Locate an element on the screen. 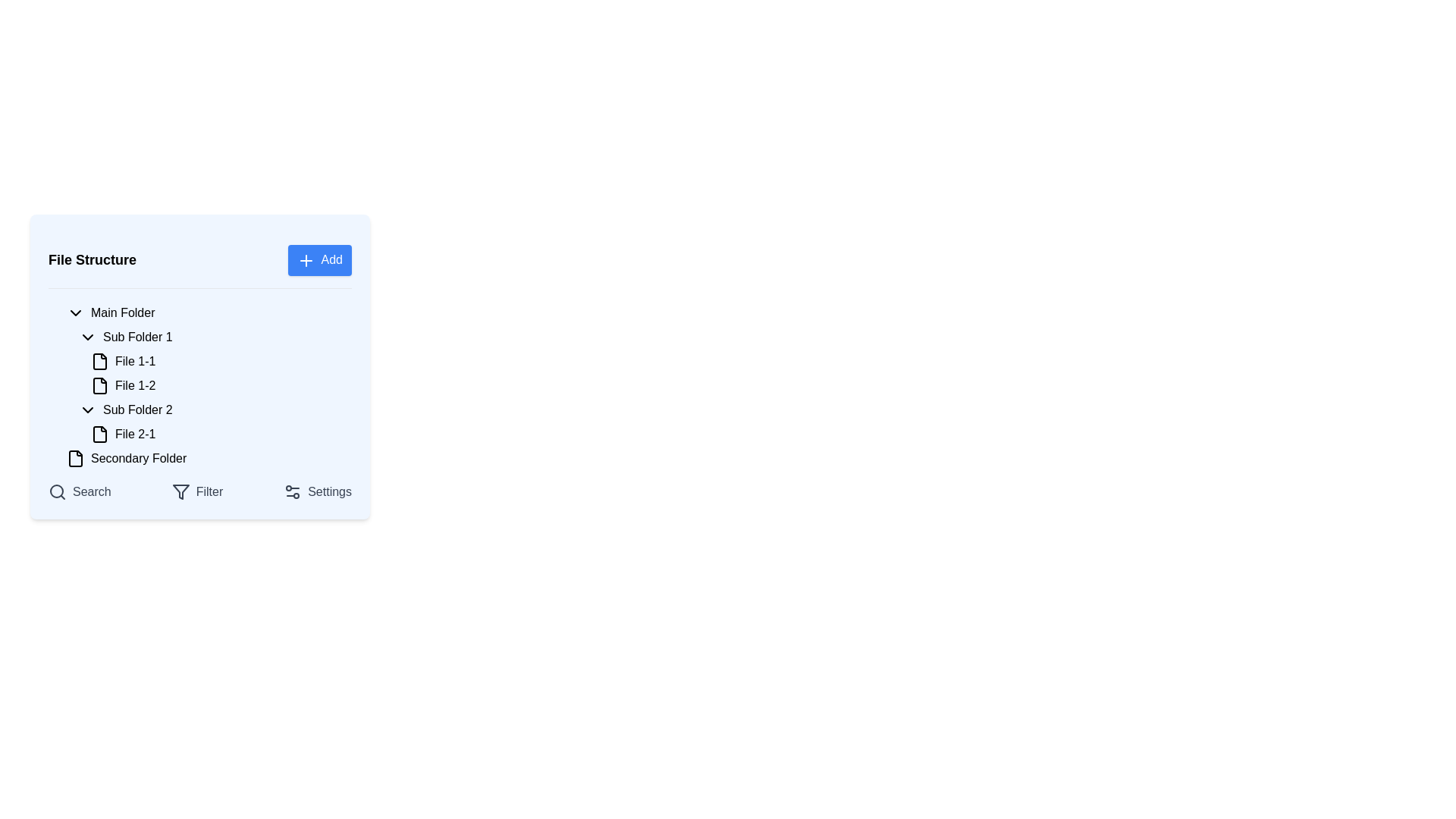 Image resolution: width=1456 pixels, height=819 pixels. the file icon representing 'File 1-2', which is located under the 'File Structure' section, specifically positioned to the left of the text label 'File 1-2' within the 'Sub Folder 1' hierarchy is located at coordinates (99, 384).